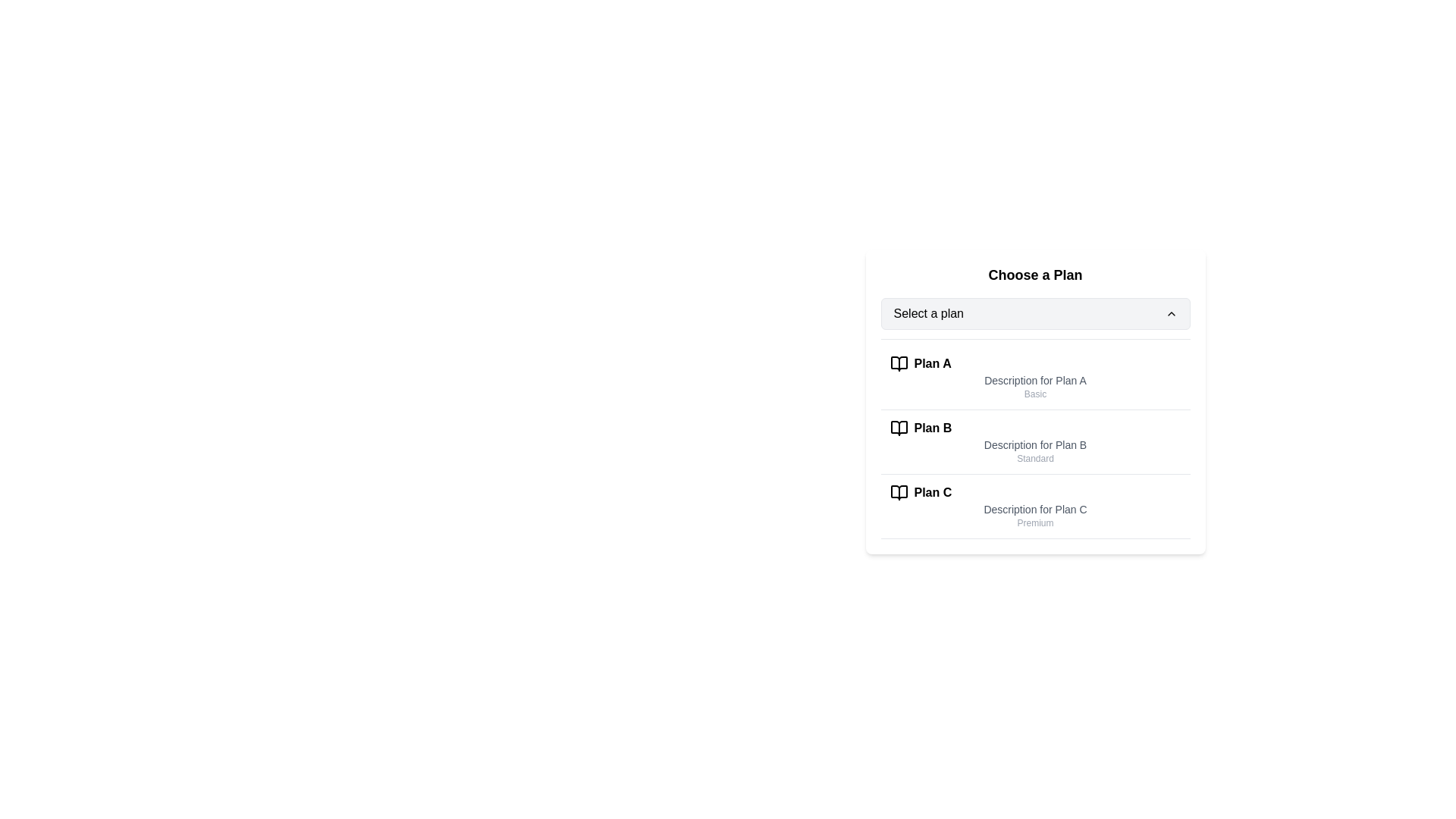 The height and width of the screenshot is (819, 1456). What do you see at coordinates (1034, 442) in the screenshot?
I see `to select the highlighted list option 'Plan B', which has bold text and is the second item in a vertical list` at bounding box center [1034, 442].